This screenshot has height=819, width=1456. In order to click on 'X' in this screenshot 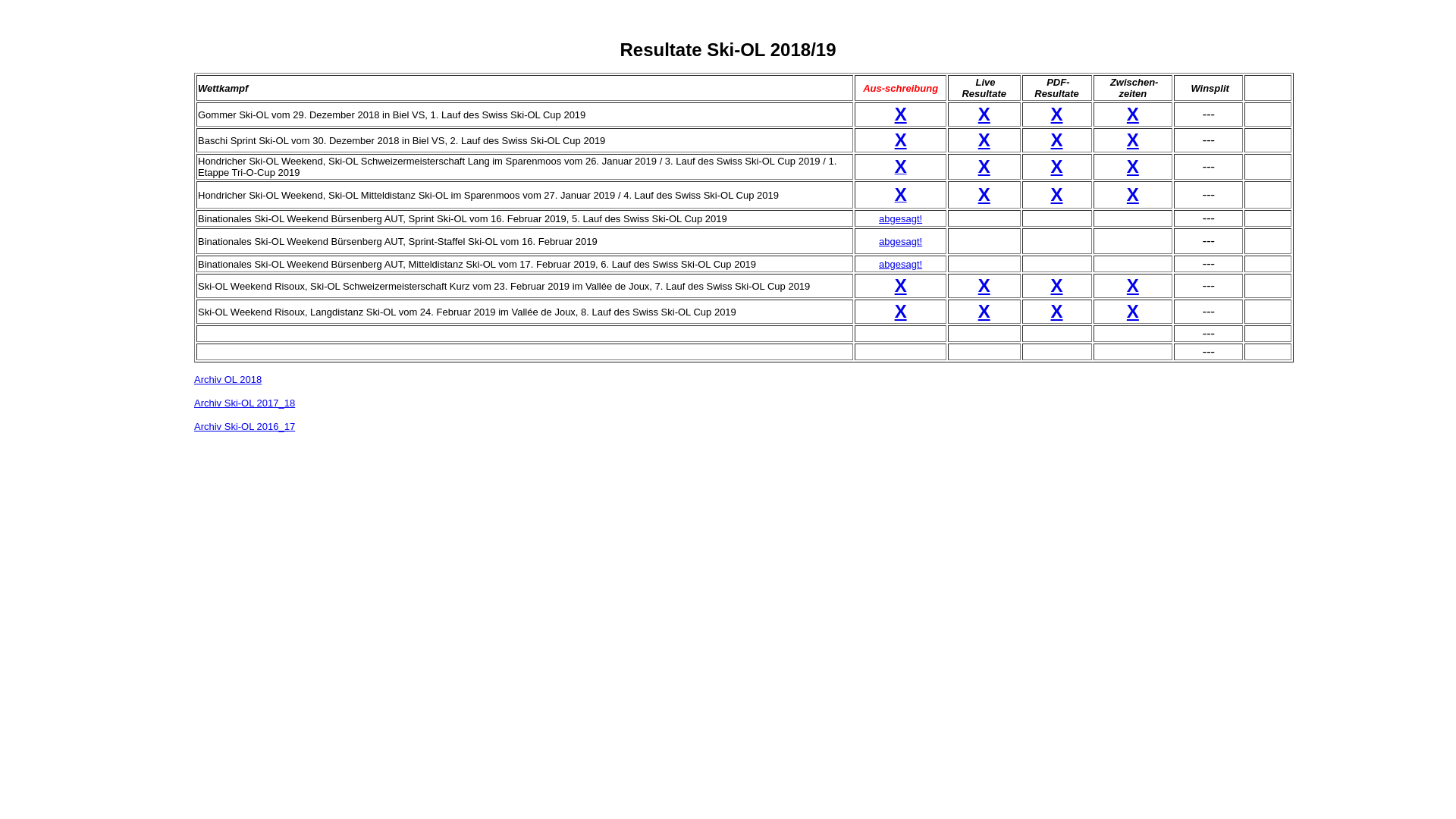, I will do `click(1056, 285)`.